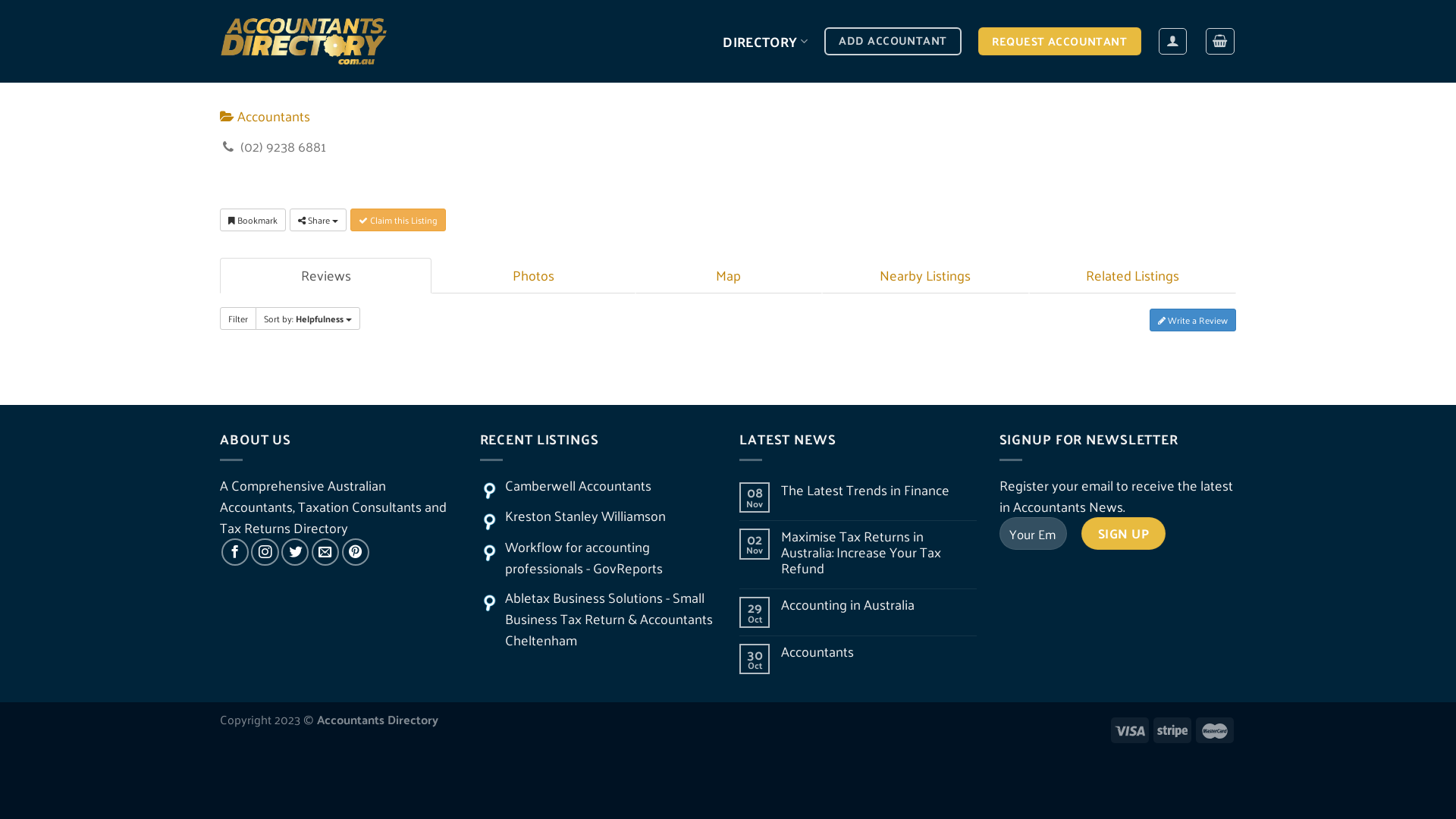  What do you see at coordinates (397, 219) in the screenshot?
I see `'Claim this Listing'` at bounding box center [397, 219].